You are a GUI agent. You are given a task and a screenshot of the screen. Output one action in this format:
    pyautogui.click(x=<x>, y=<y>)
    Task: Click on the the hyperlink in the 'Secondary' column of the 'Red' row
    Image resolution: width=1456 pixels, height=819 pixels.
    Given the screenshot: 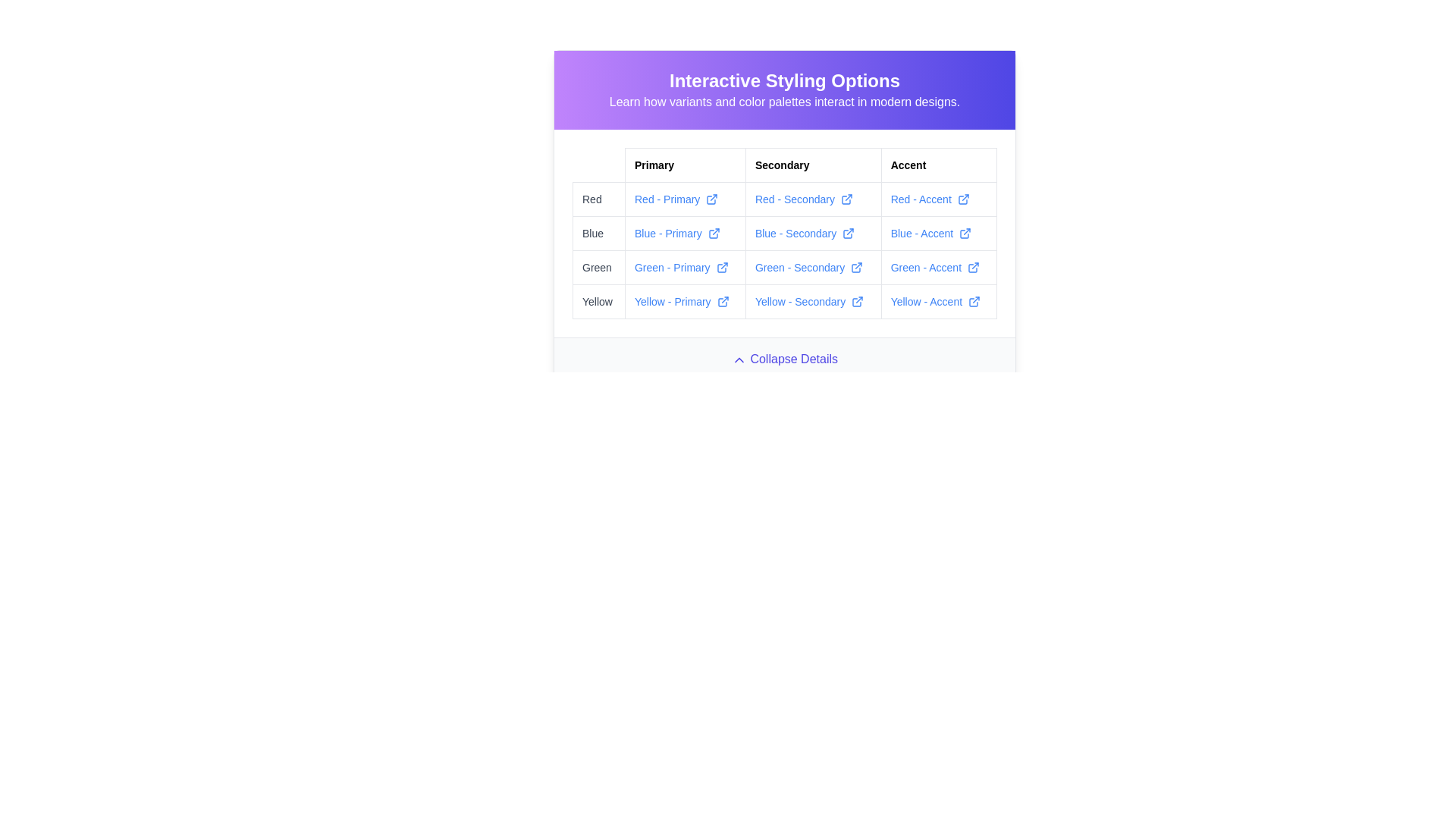 What is the action you would take?
    pyautogui.click(x=812, y=198)
    